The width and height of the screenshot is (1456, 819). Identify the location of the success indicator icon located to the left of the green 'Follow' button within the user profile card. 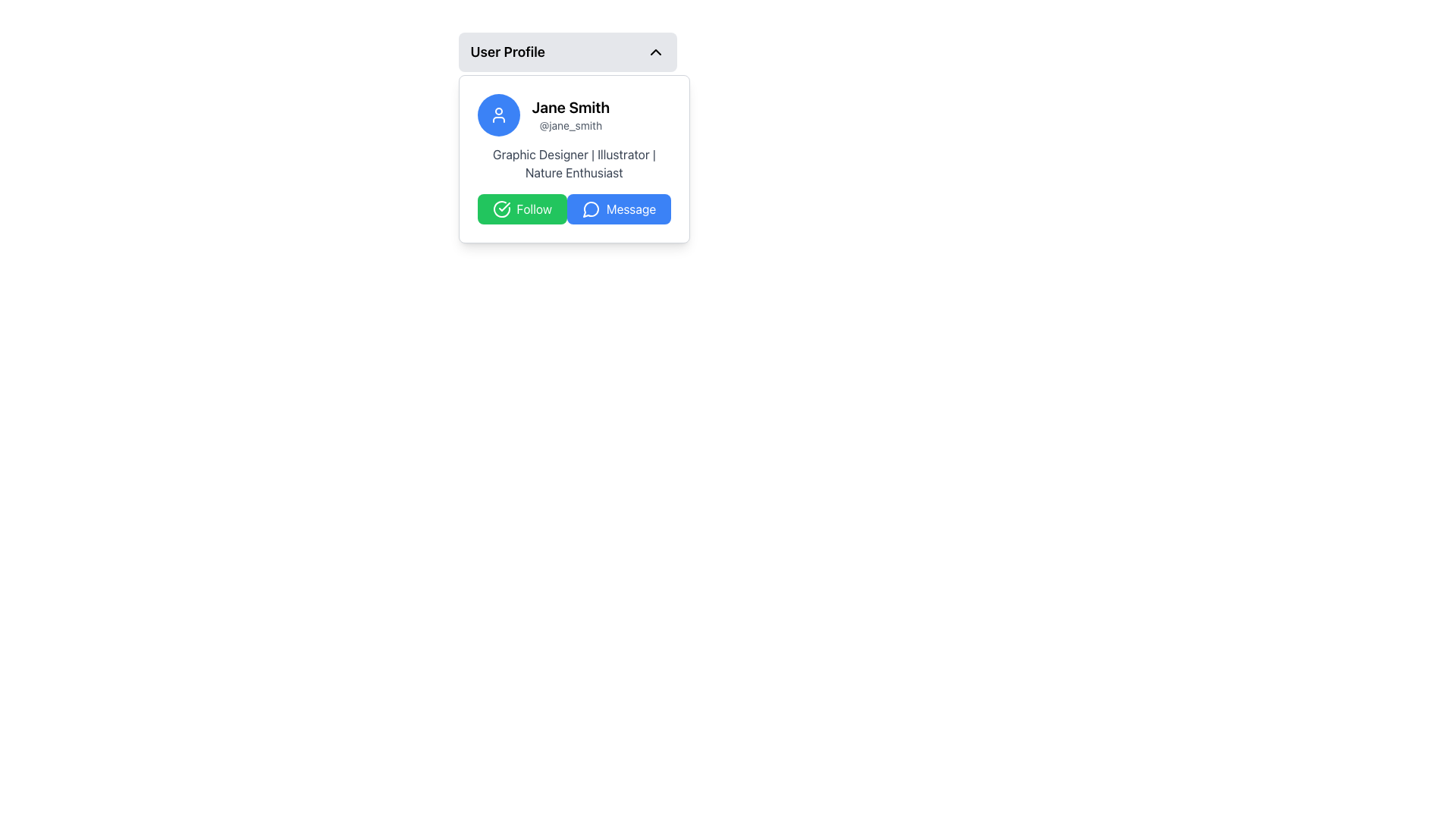
(501, 209).